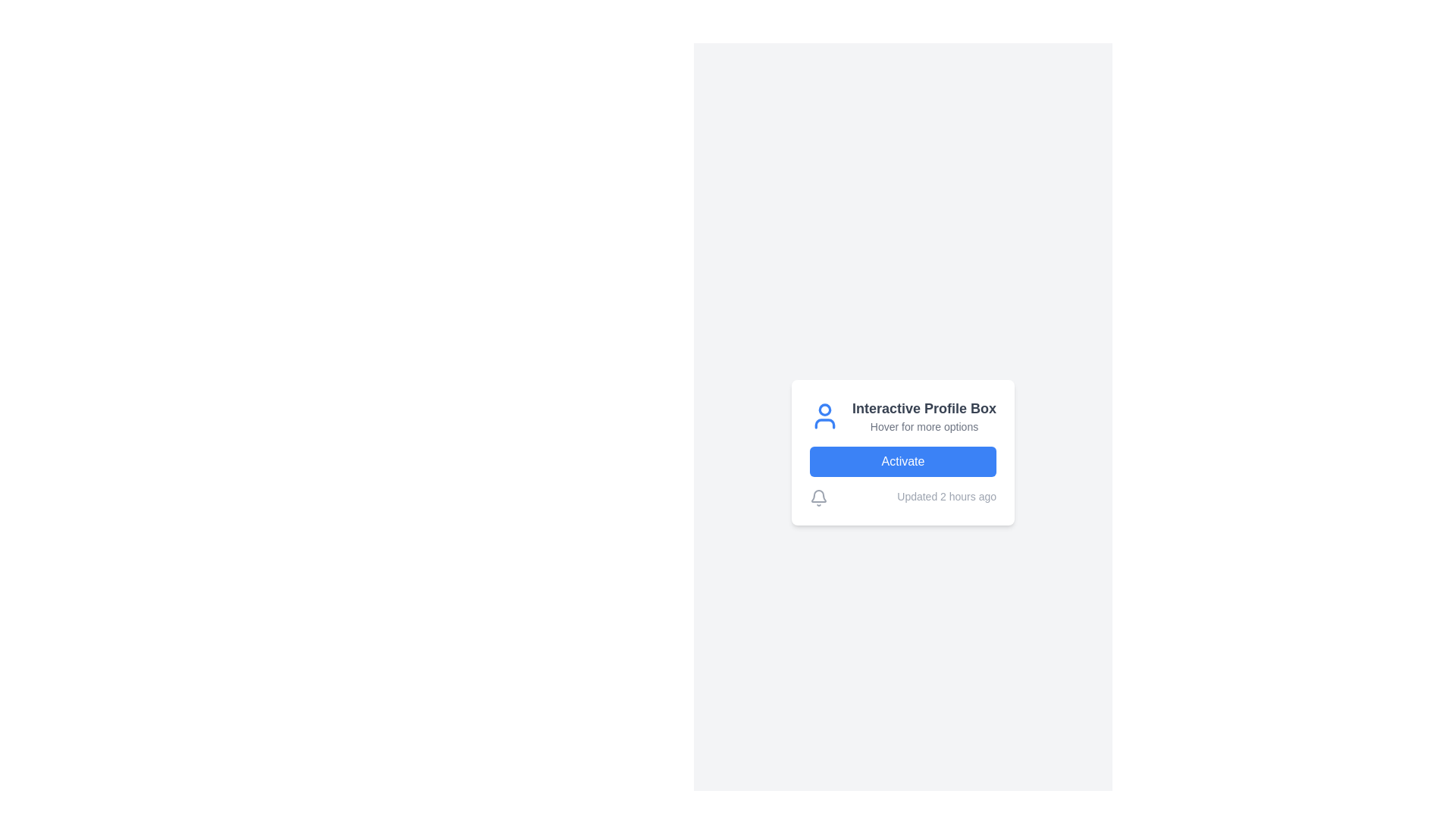 This screenshot has height=819, width=1456. I want to click on the informational label located below the 'Interactive Profile Box' title, which indicates additional options accessible by hovering, so click(924, 427).